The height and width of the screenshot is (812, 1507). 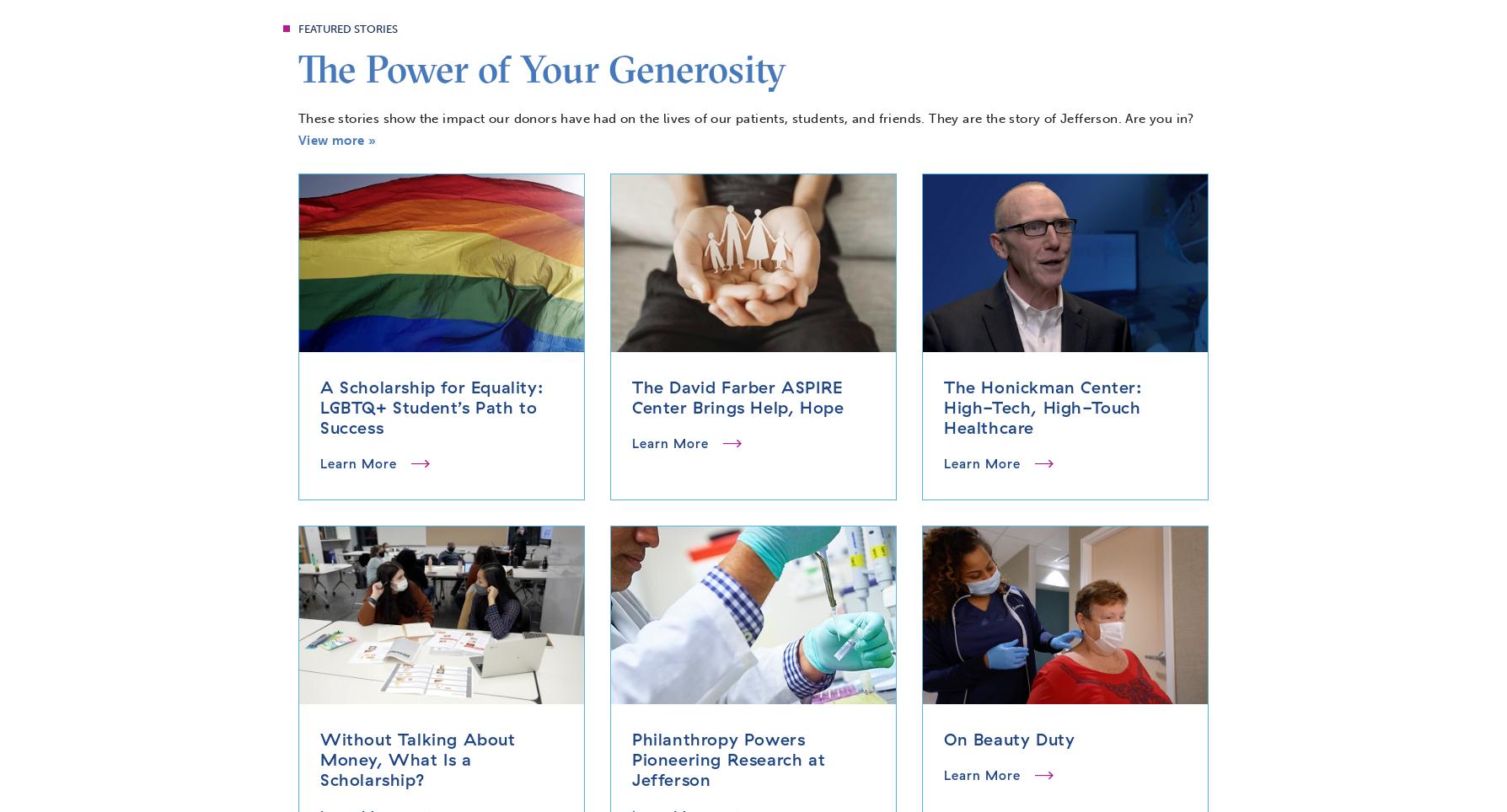 What do you see at coordinates (727, 757) in the screenshot?
I see `'Philanthropy Powers Pioneering Research at Jefferson'` at bounding box center [727, 757].